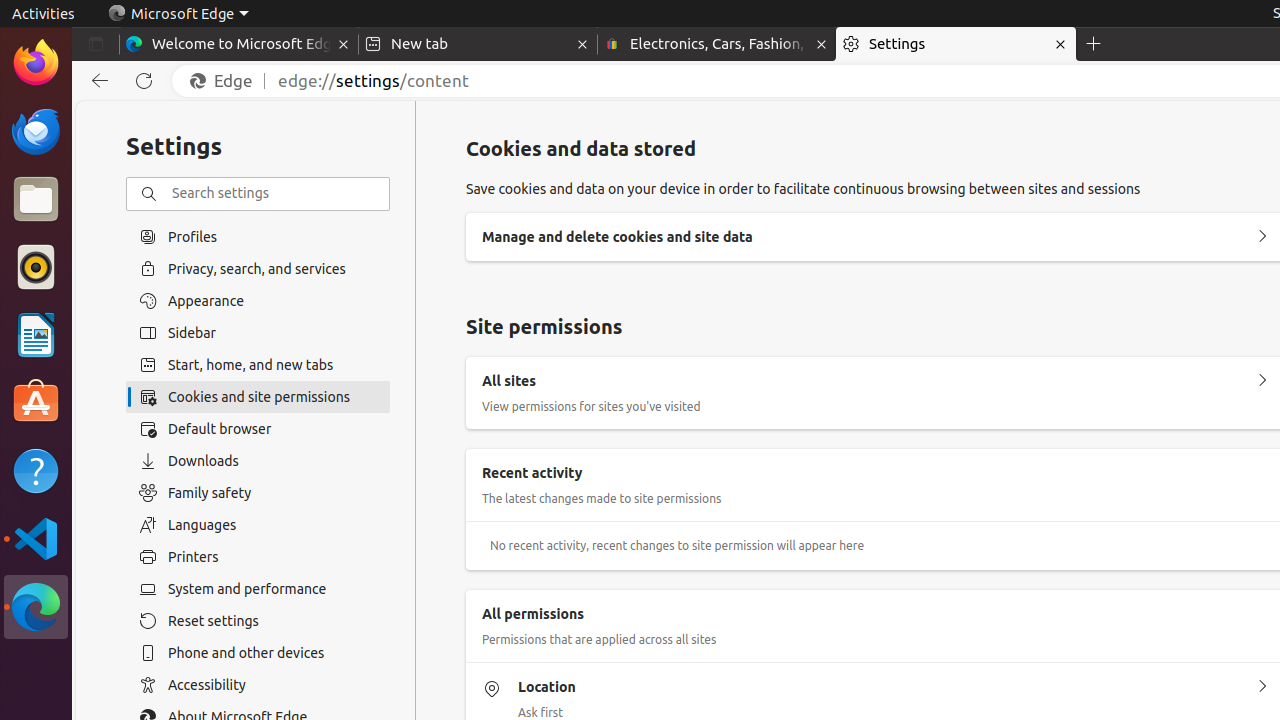 The image size is (1280, 720). What do you see at coordinates (257, 684) in the screenshot?
I see `'Accessibility'` at bounding box center [257, 684].